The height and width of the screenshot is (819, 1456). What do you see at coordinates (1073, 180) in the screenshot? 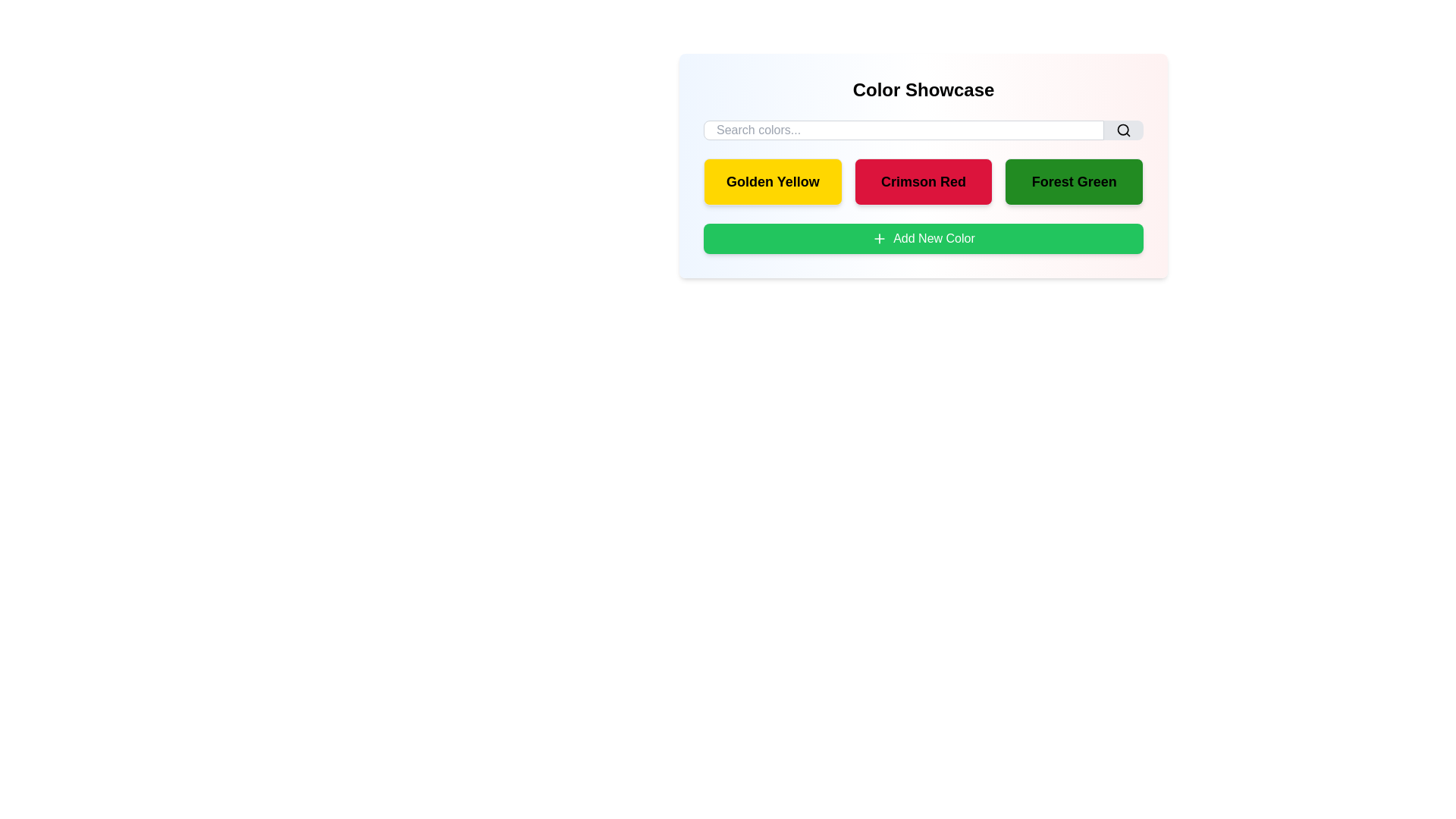
I see `the Forest Green button, which is a rectangular button with a forest green background and bold text reading 'Forest Green'` at bounding box center [1073, 180].